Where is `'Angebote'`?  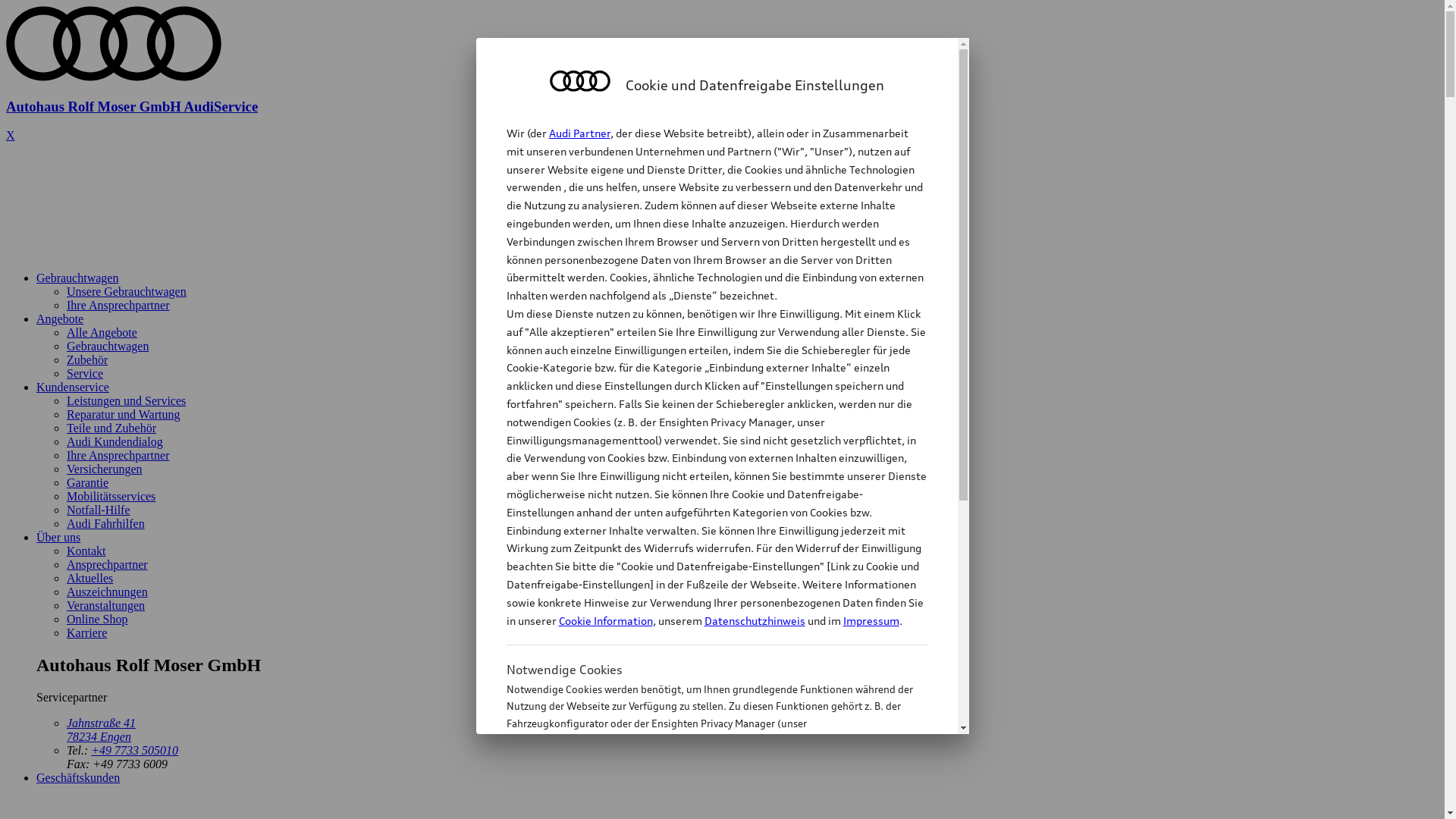
'Angebote' is located at coordinates (36, 318).